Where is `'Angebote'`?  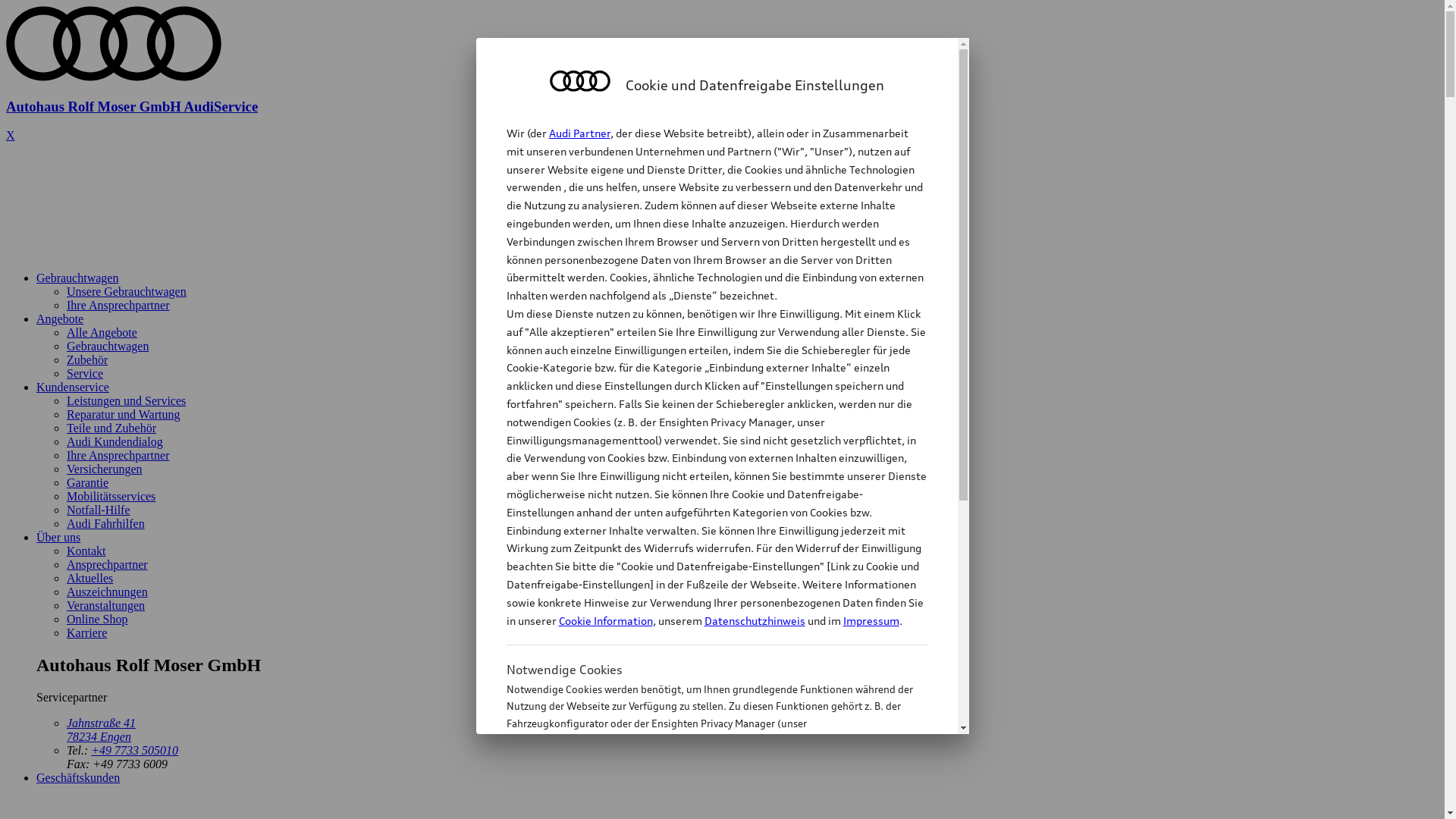
'Angebote' is located at coordinates (36, 318).